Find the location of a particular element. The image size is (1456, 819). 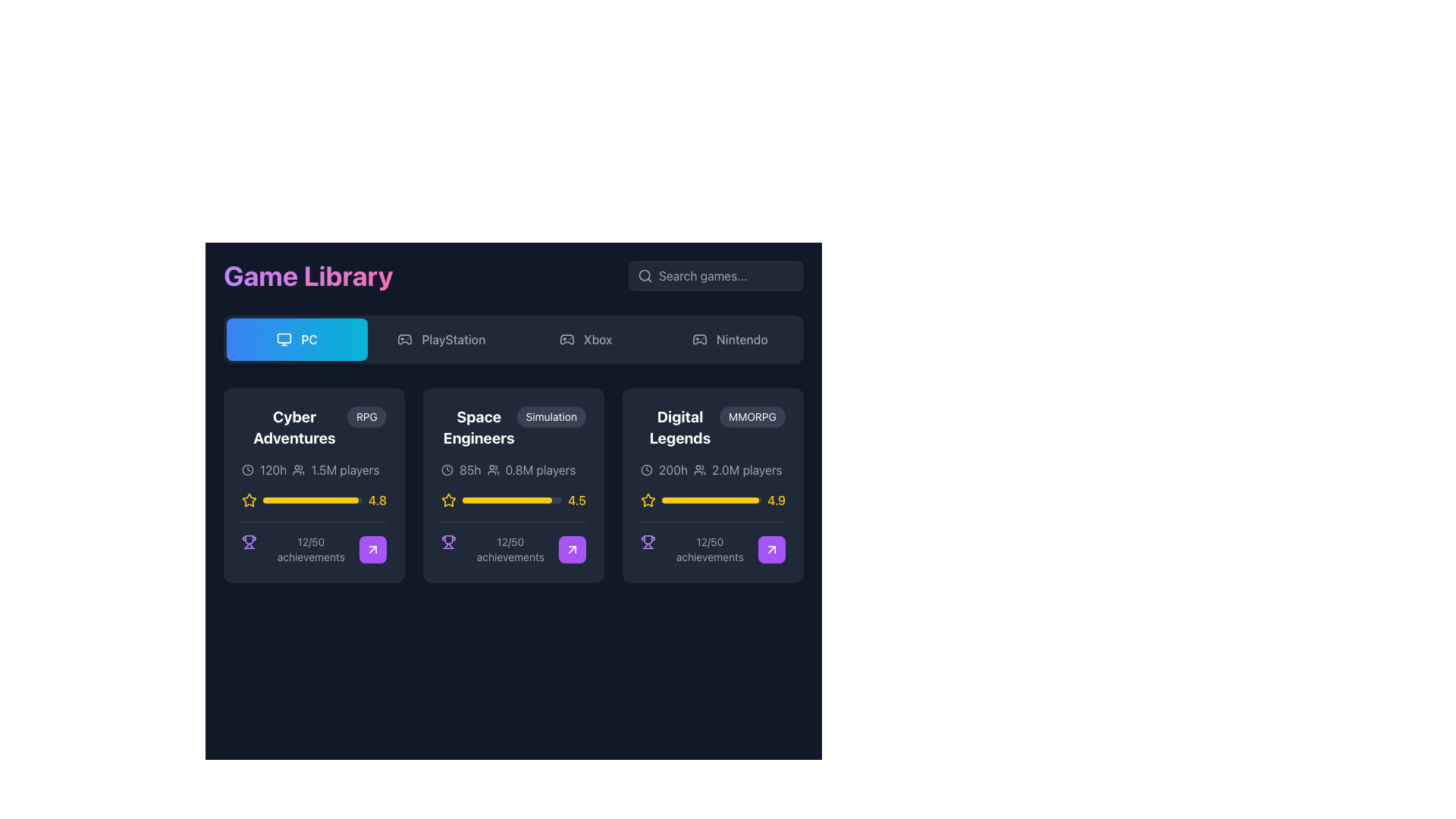

the Progress summary label located in the bottom portion of the 'Digital Legends' card, which combines an icon and text, and is directly above the upward arrow button is located at coordinates (698, 550).